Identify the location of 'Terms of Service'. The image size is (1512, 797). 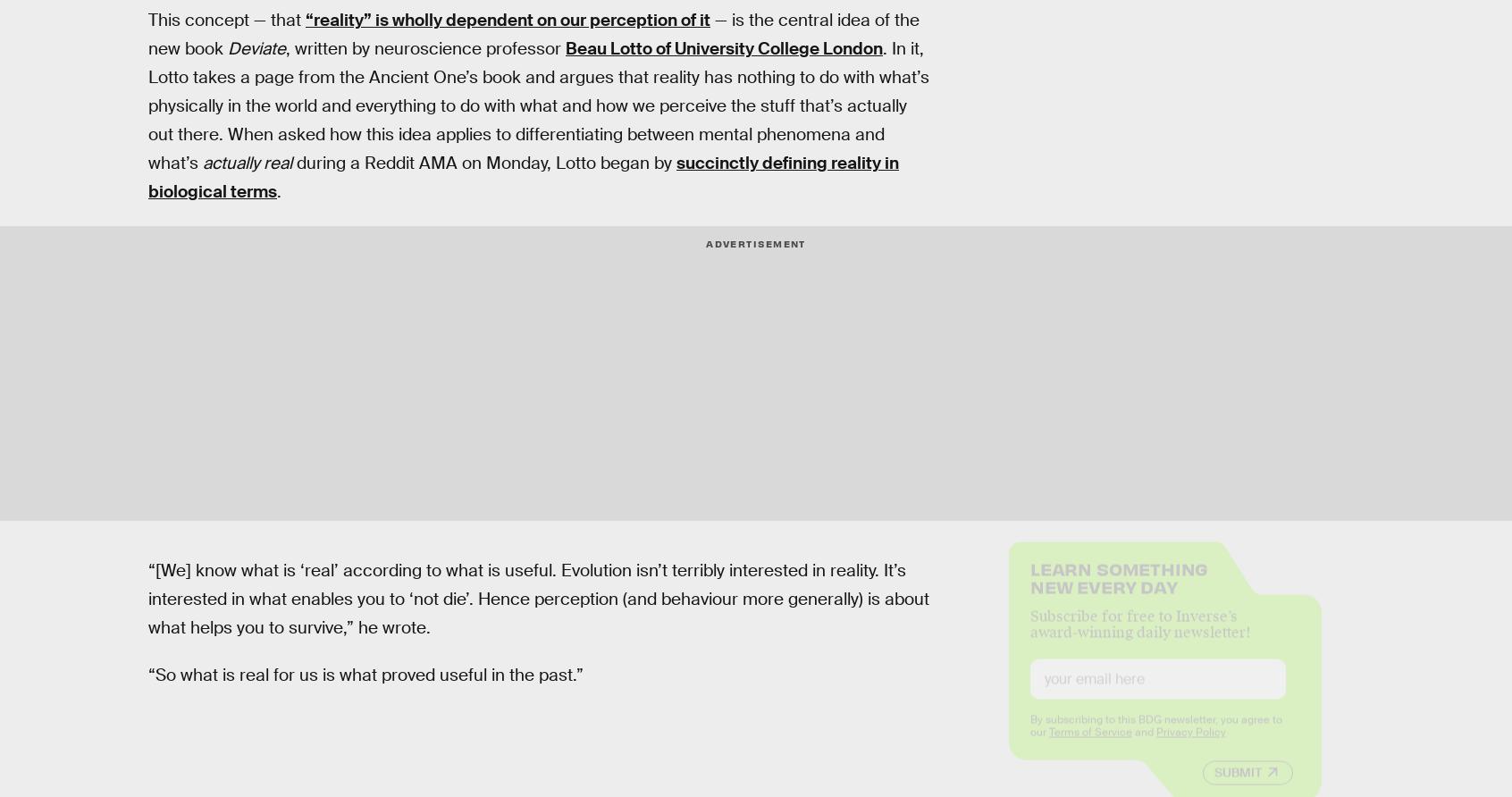
(1089, 745).